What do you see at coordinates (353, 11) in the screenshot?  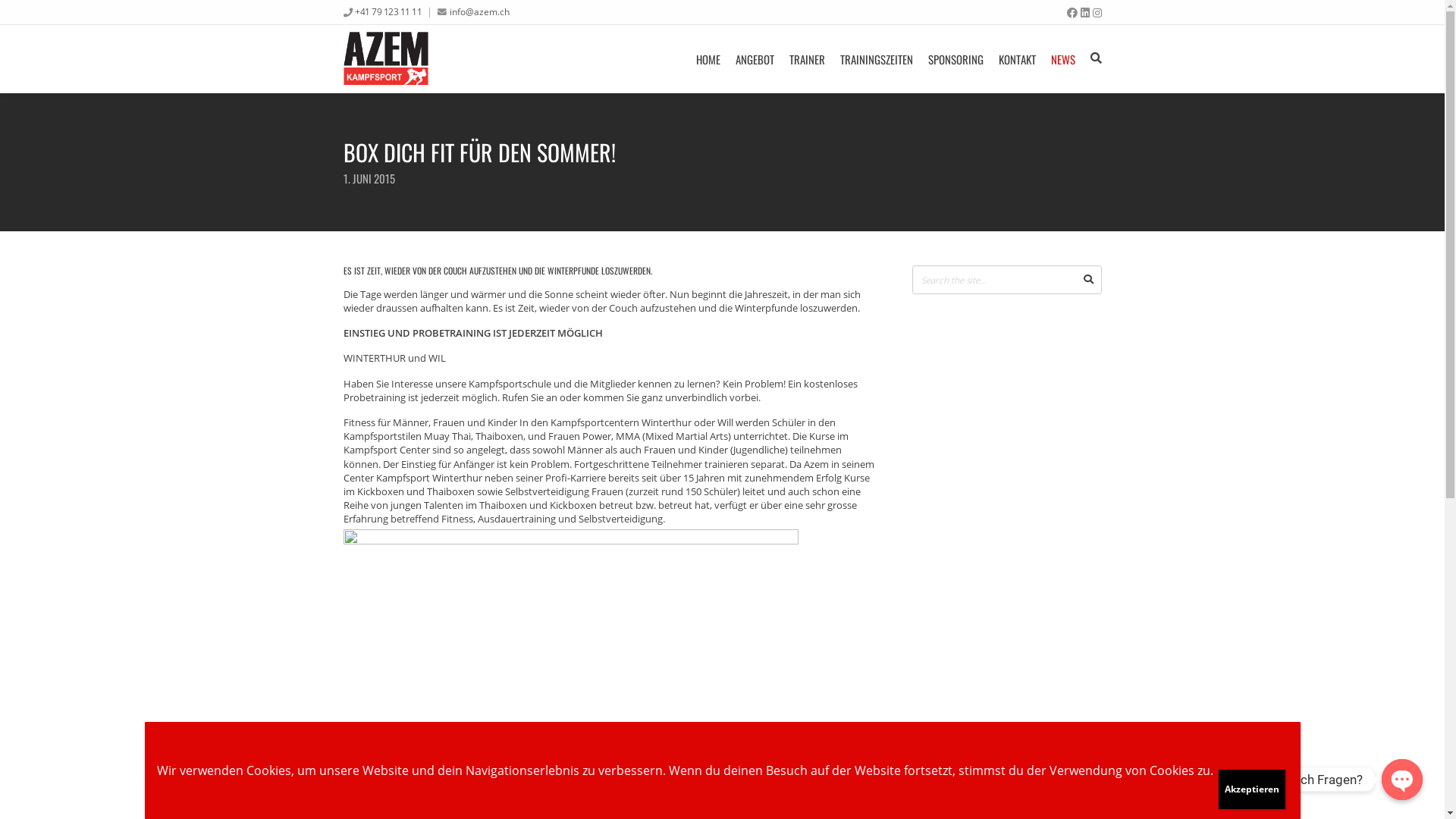 I see `'+41 79 123 11 11'` at bounding box center [353, 11].